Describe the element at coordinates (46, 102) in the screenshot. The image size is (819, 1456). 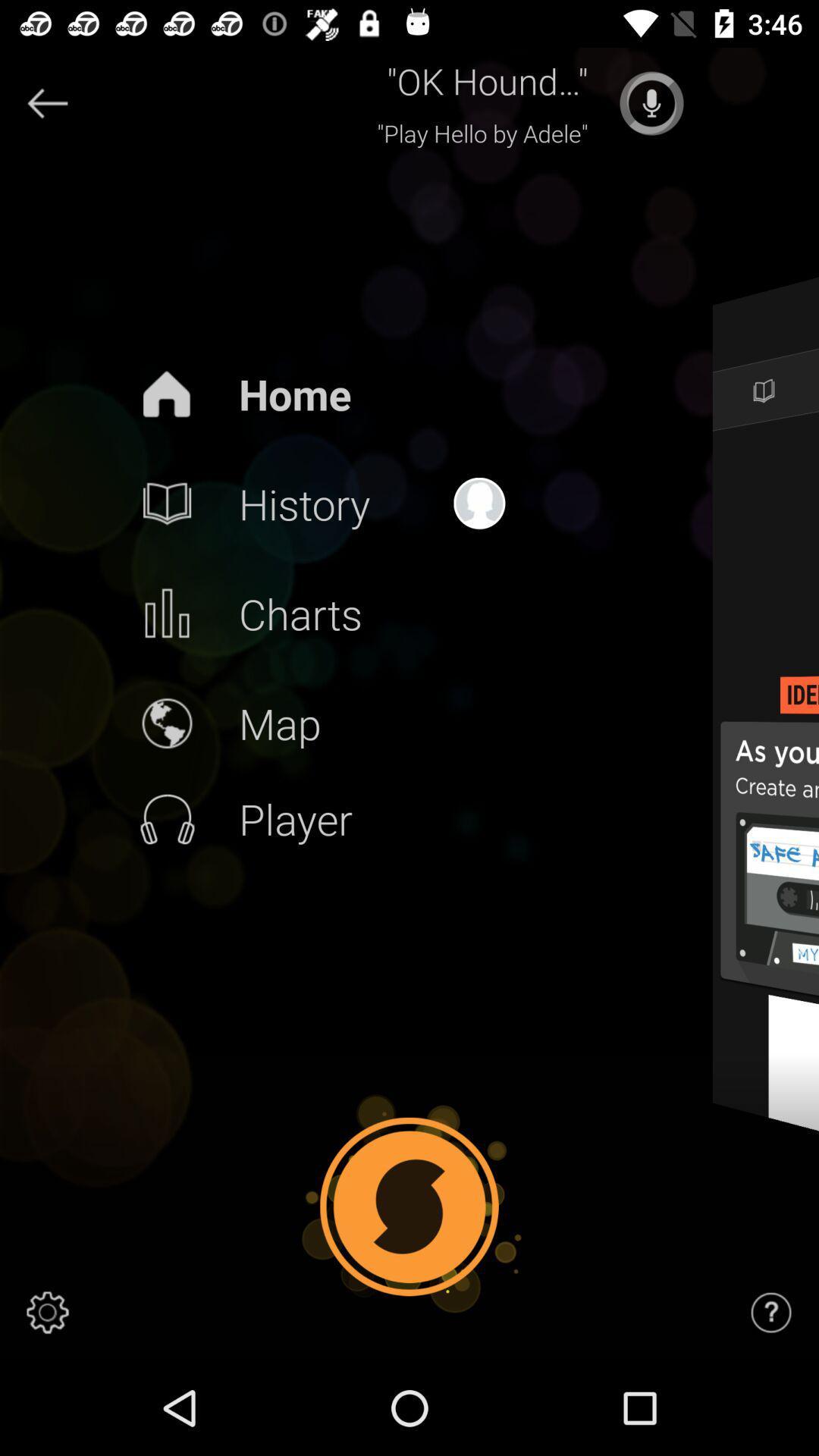
I see `the arrow_backward icon` at that location.